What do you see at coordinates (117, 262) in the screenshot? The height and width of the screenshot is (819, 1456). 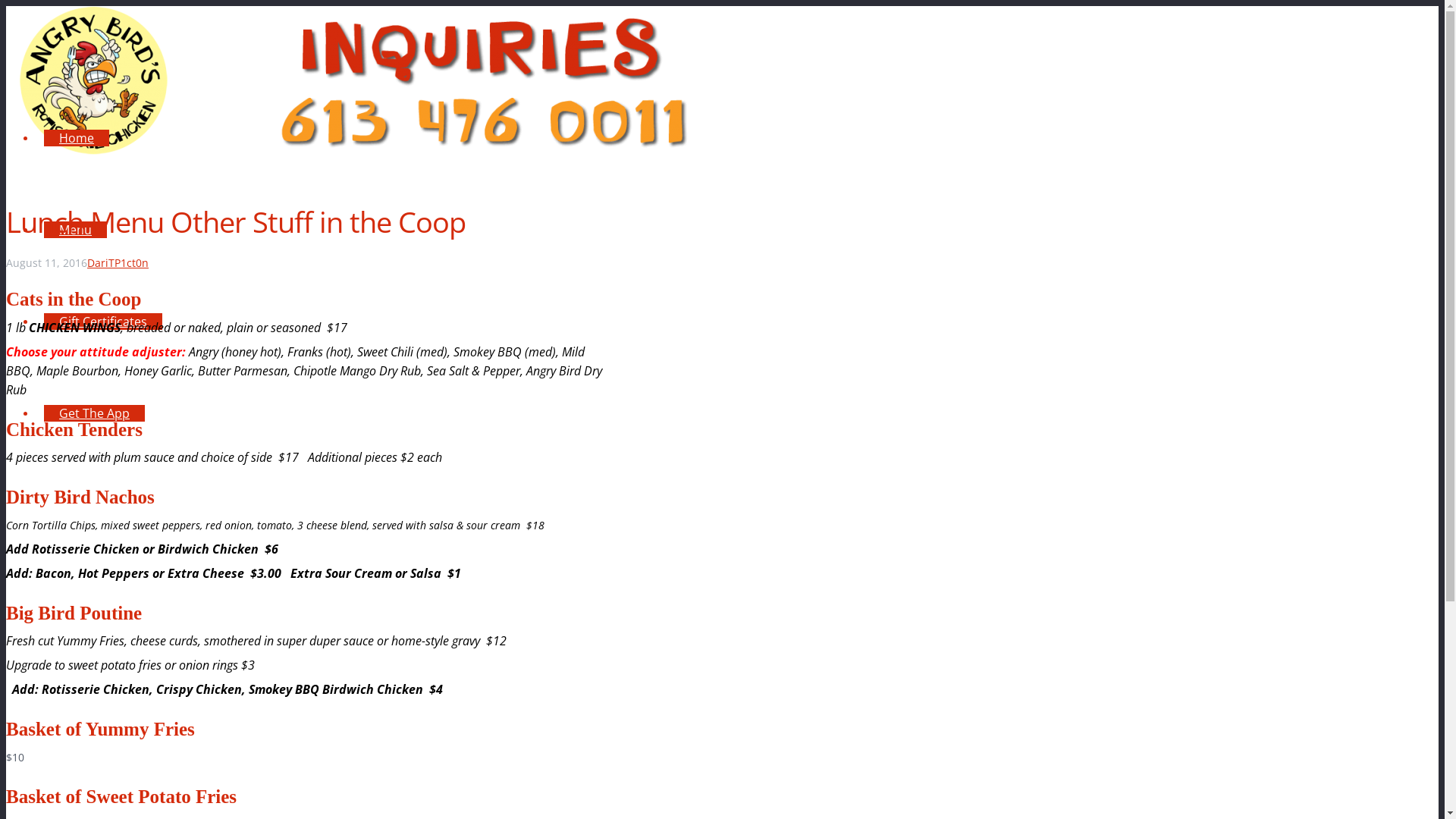 I see `'DariTP1ct0n'` at bounding box center [117, 262].